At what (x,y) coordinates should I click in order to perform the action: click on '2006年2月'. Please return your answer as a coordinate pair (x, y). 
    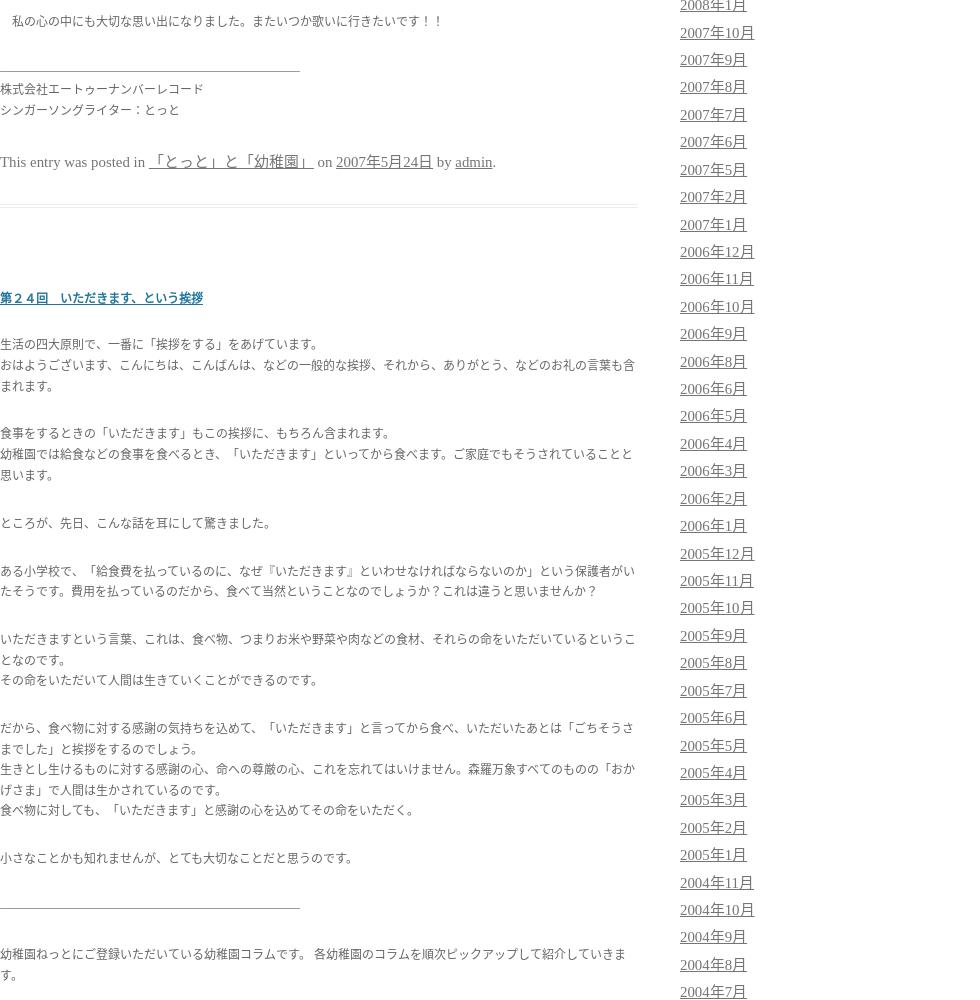
    Looking at the image, I should click on (713, 497).